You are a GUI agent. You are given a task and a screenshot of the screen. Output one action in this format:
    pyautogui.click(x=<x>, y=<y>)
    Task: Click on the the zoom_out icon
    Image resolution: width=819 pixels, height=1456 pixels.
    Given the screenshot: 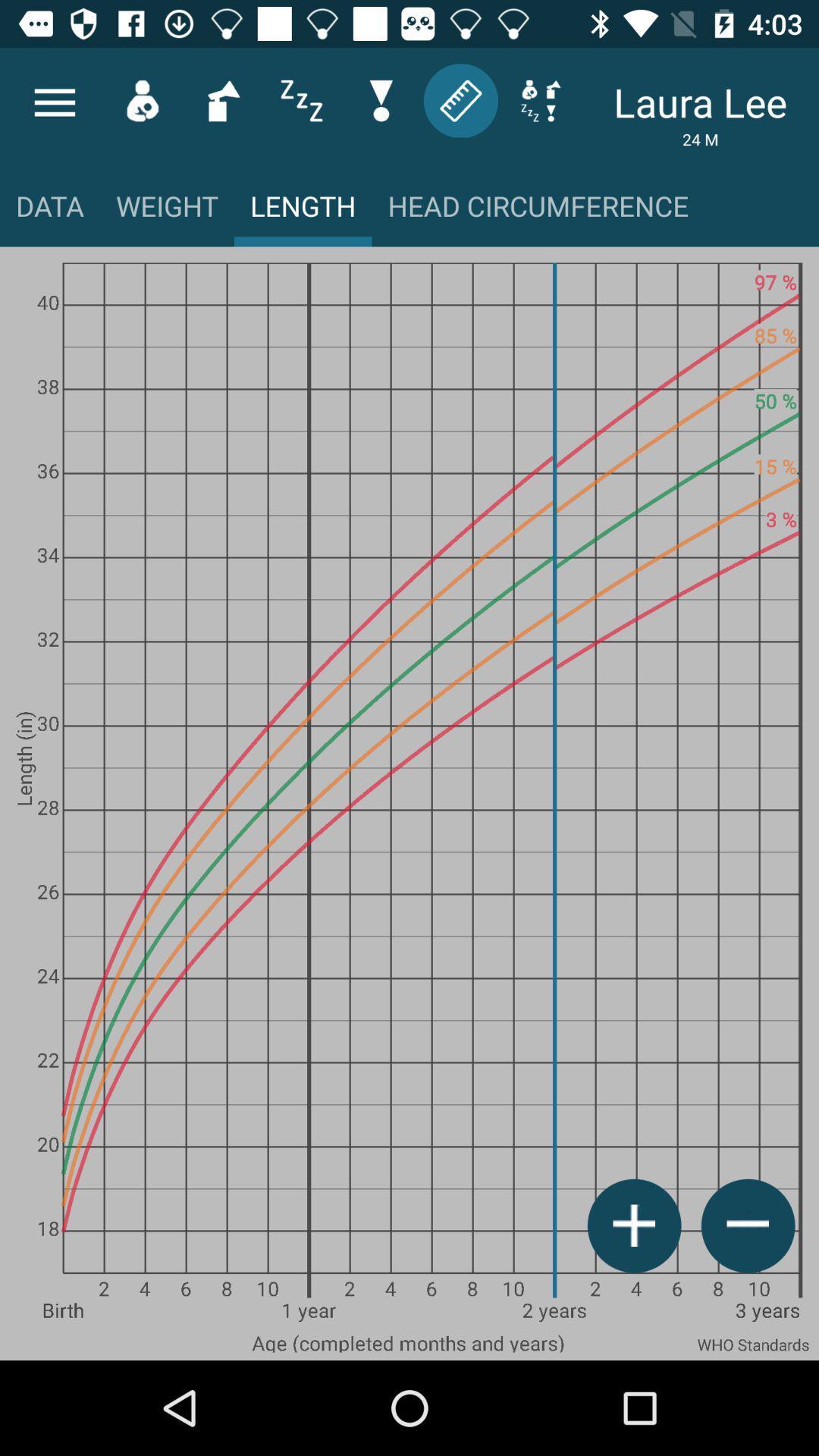 What is the action you would take?
    pyautogui.click(x=747, y=1225)
    